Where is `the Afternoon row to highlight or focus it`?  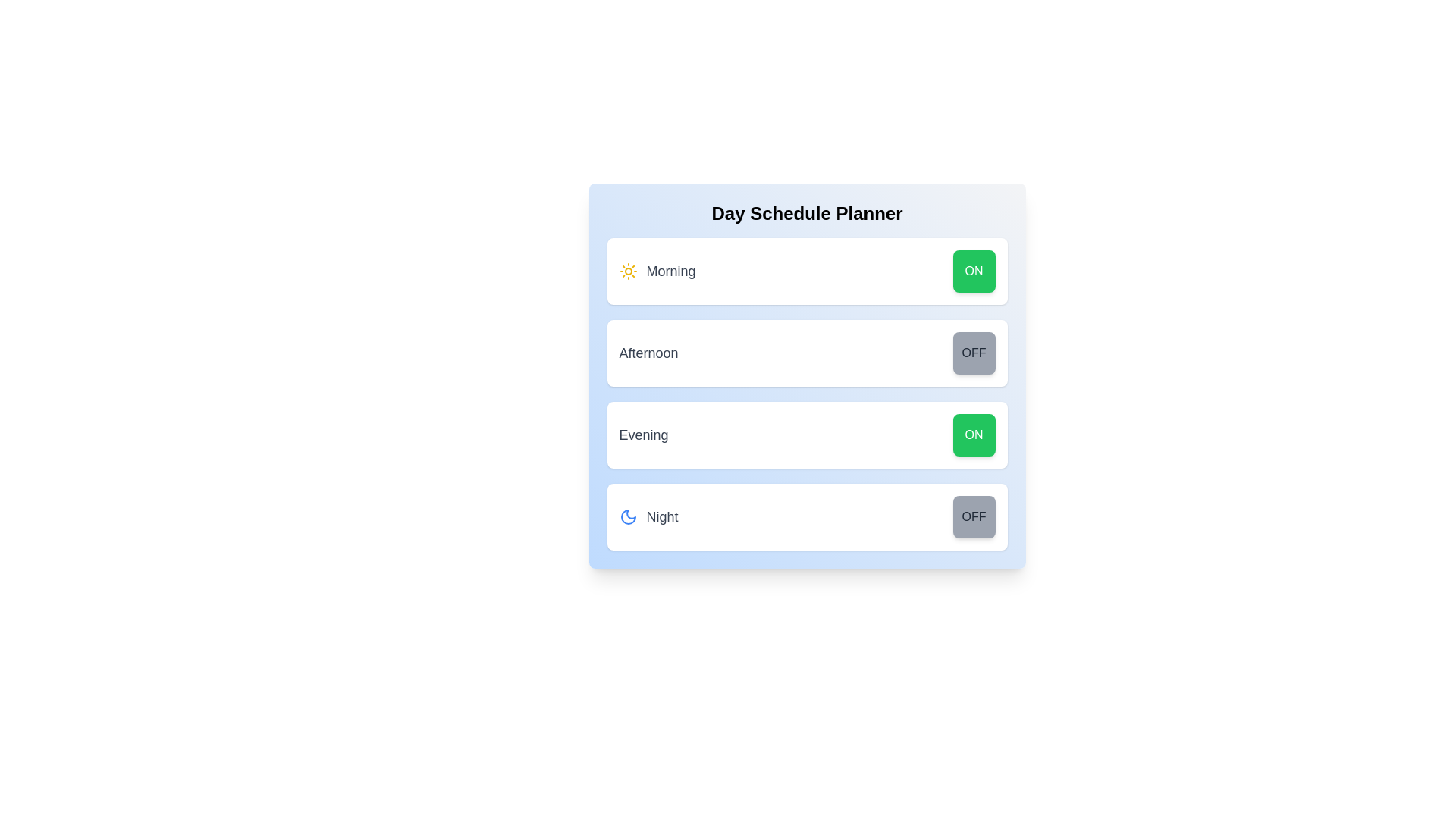
the Afternoon row to highlight or focus it is located at coordinates (806, 353).